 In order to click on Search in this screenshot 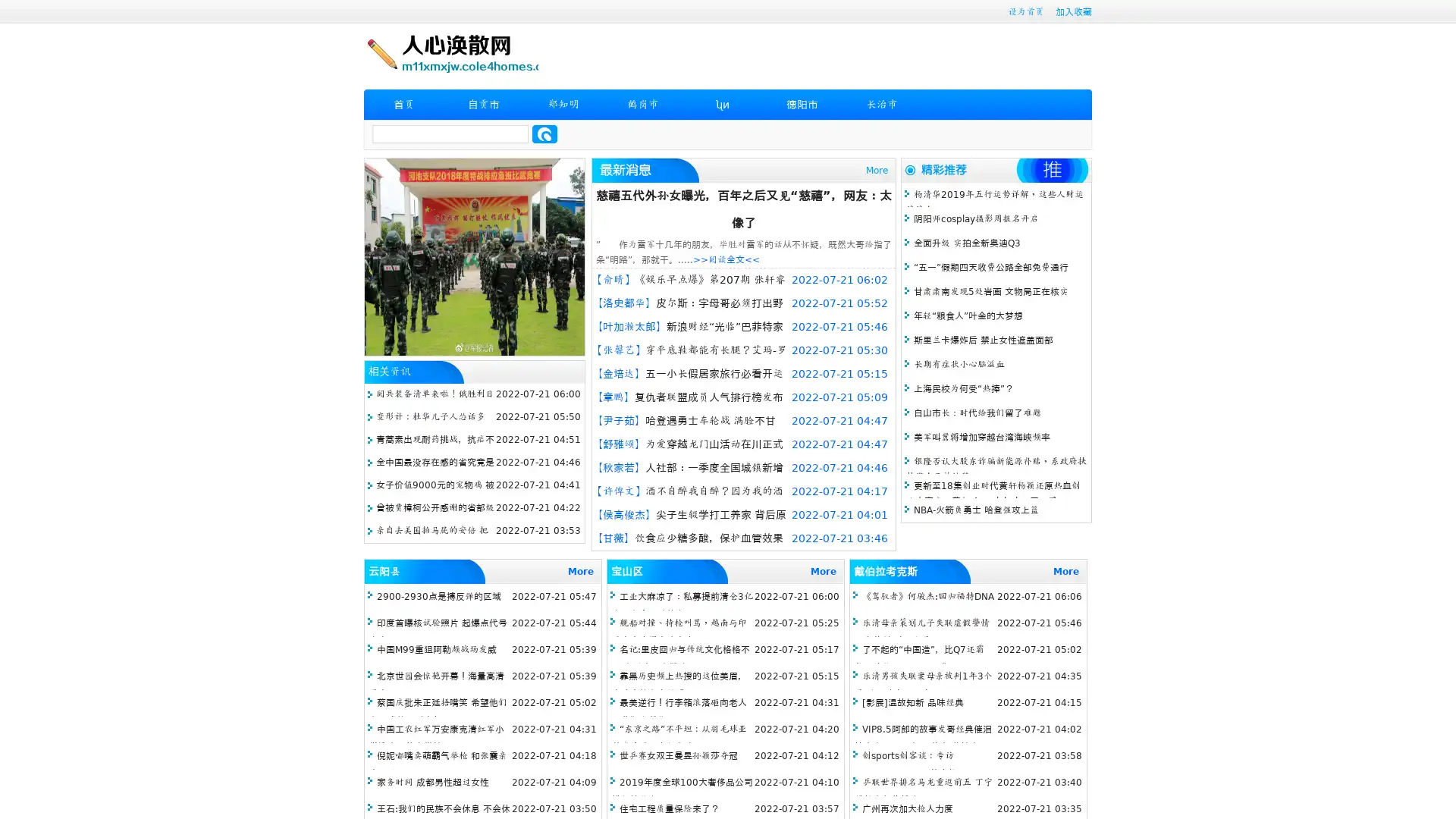, I will do `click(544, 133)`.